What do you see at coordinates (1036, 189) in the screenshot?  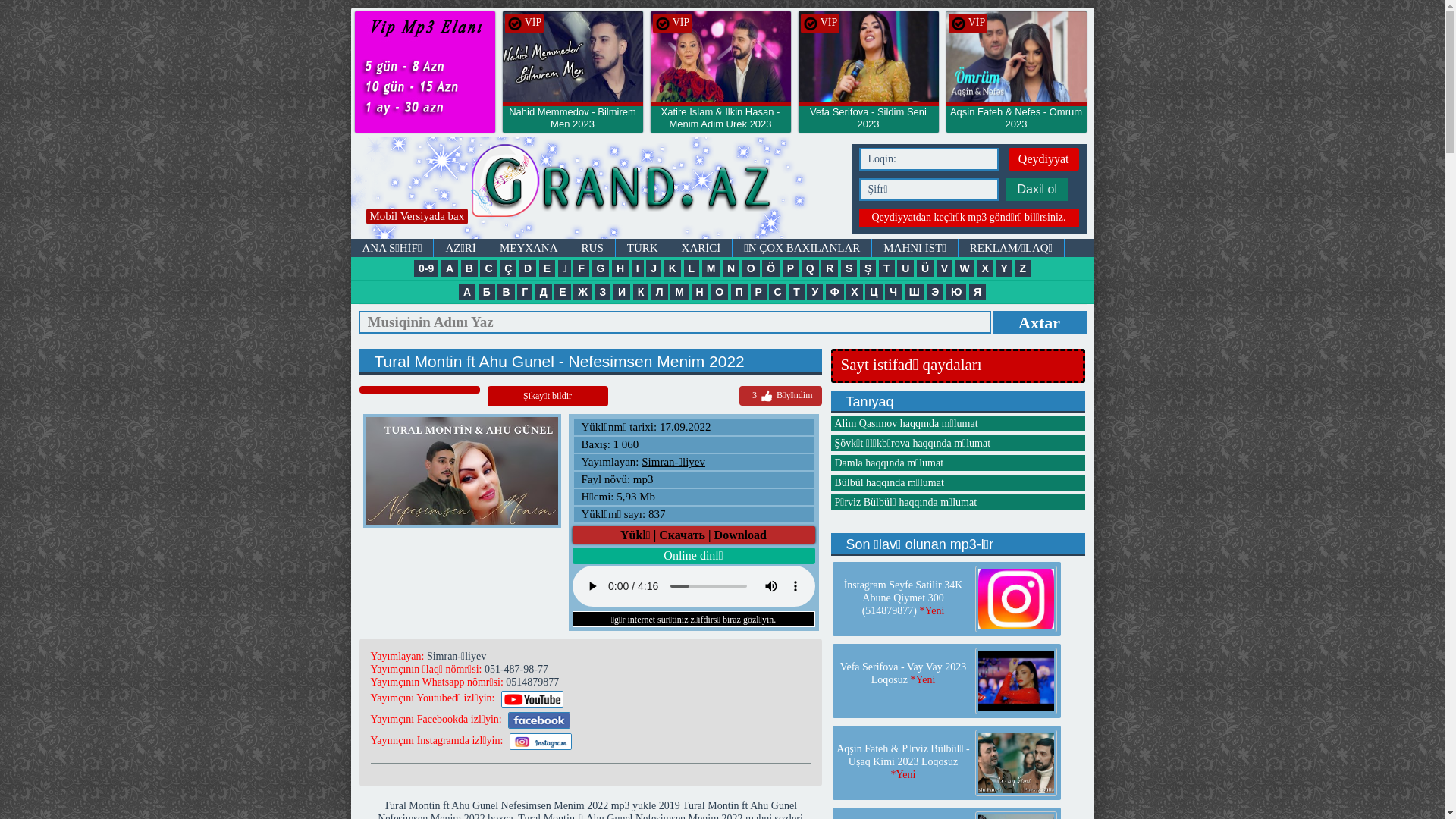 I see `'Daxil ol'` at bounding box center [1036, 189].